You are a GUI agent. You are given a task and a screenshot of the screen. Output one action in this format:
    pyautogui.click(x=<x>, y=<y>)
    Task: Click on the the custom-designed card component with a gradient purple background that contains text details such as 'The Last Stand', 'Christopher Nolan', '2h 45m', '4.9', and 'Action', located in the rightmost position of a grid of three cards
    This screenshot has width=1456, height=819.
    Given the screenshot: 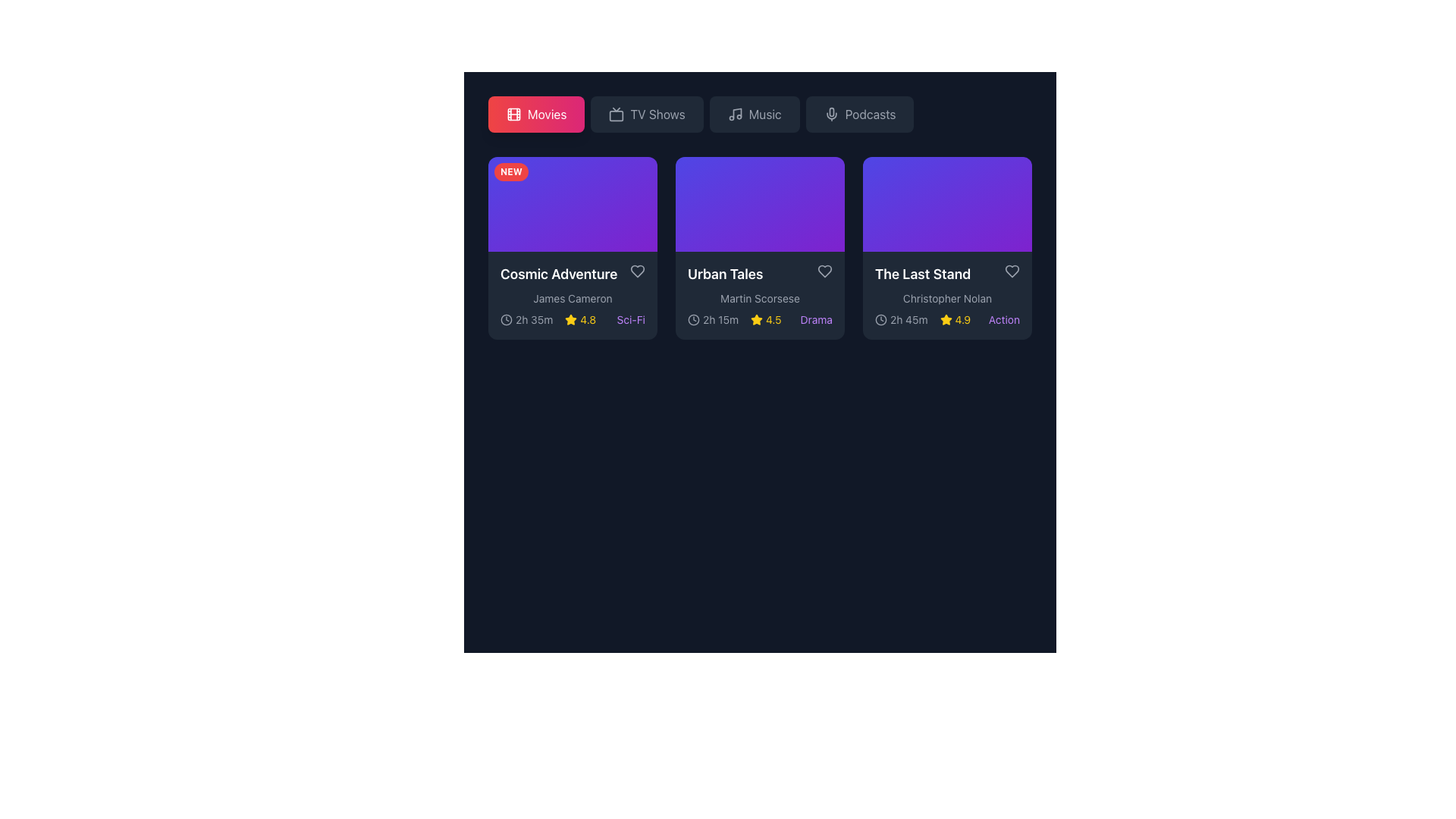 What is the action you would take?
    pyautogui.click(x=946, y=247)
    